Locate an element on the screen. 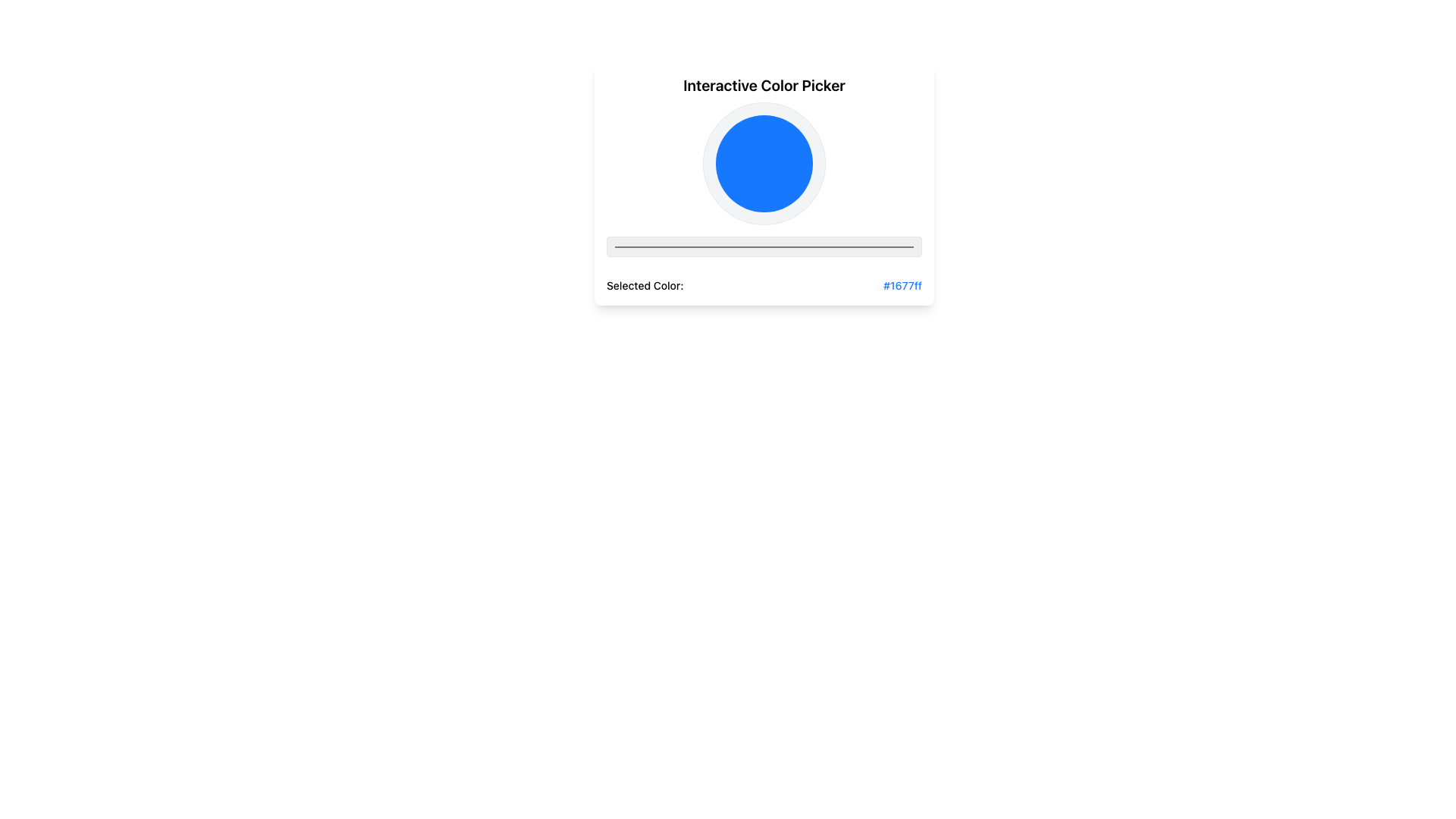 Image resolution: width=1456 pixels, height=819 pixels. the Preview Component displaying the currently selected color, which is represented as a large blue circle with its hexadecimal color code is located at coordinates (764, 197).